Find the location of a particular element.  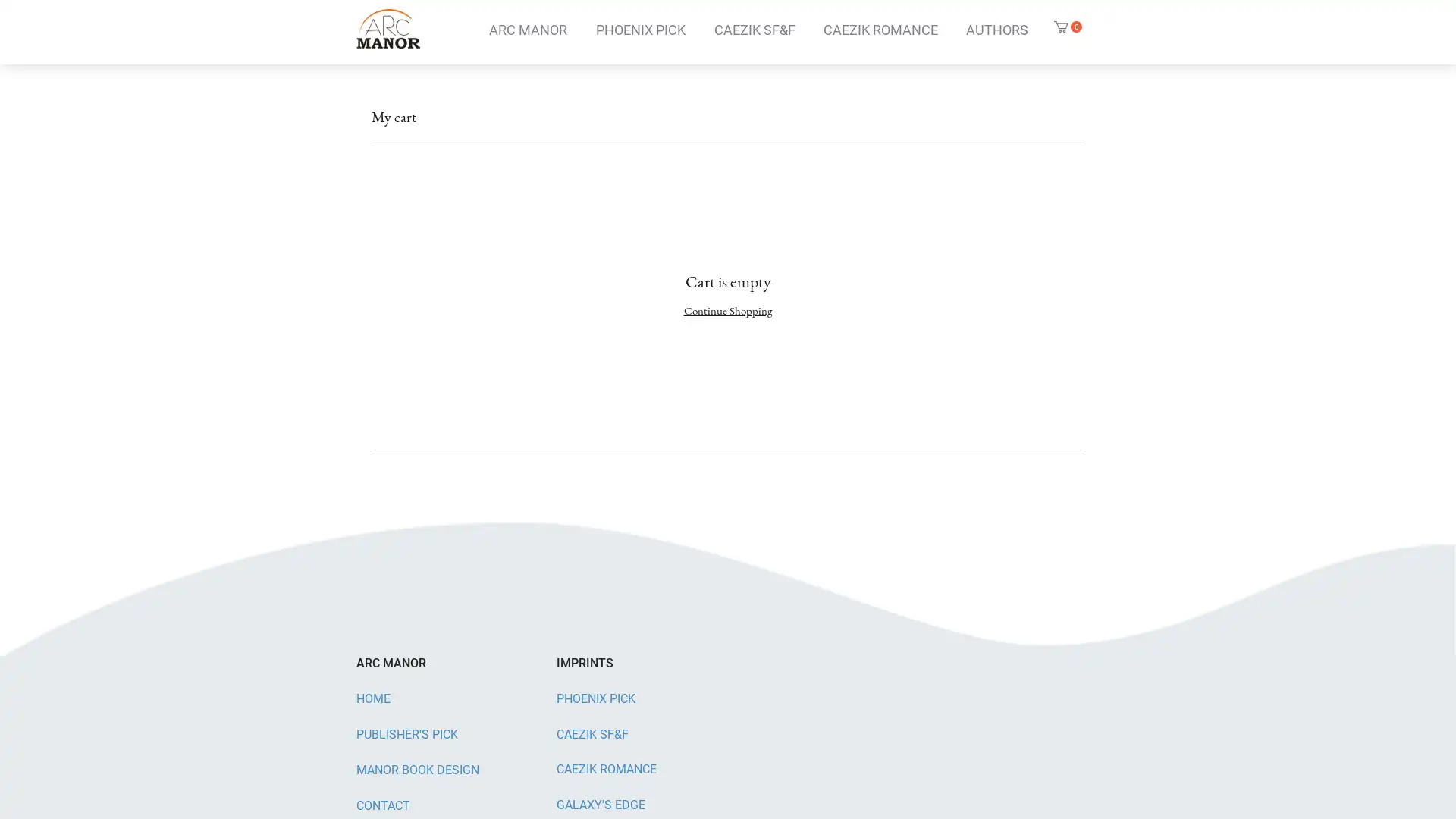

Cart with 0 items is located at coordinates (1067, 27).